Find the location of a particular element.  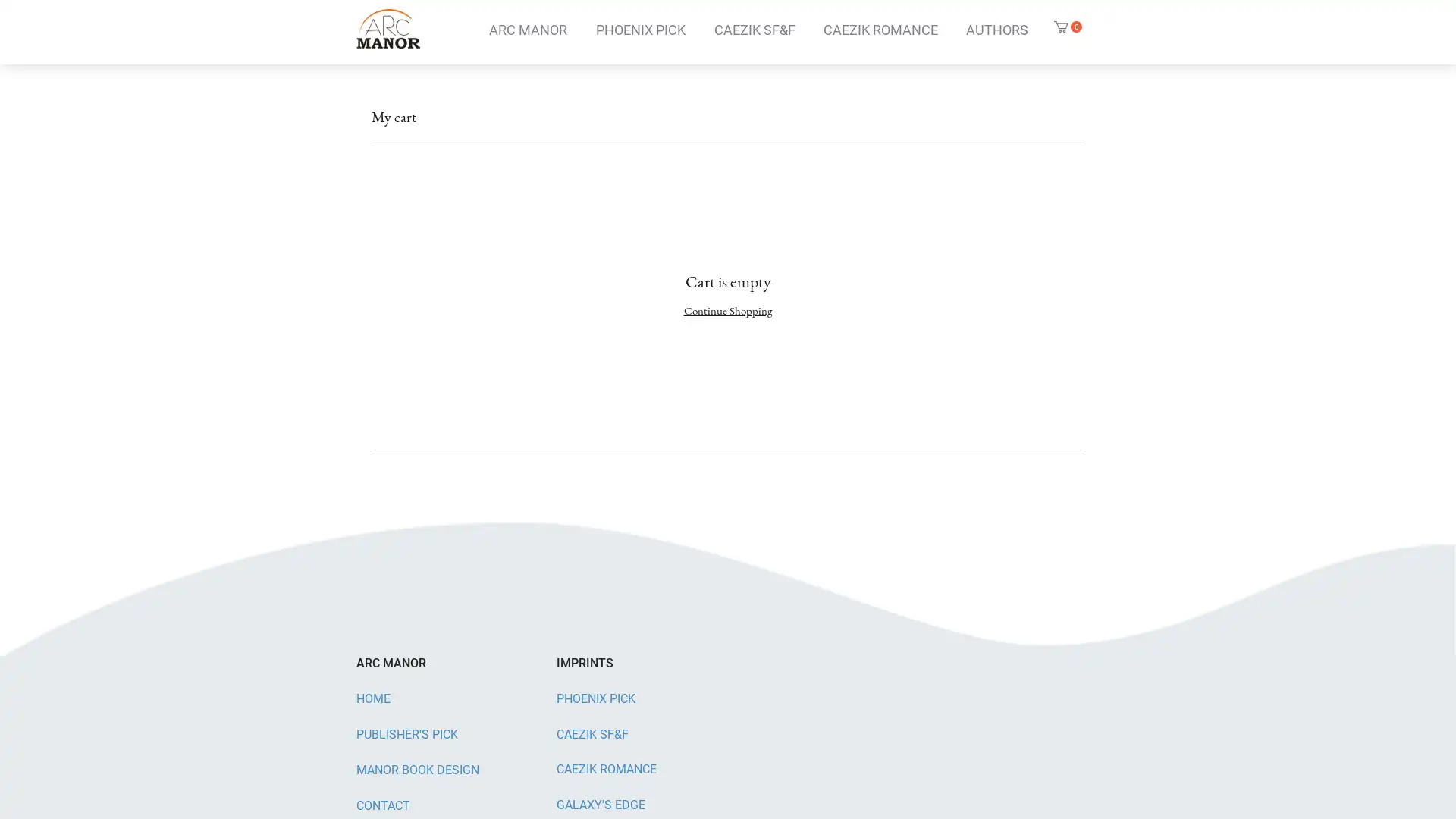

Cart with 0 items is located at coordinates (1067, 27).